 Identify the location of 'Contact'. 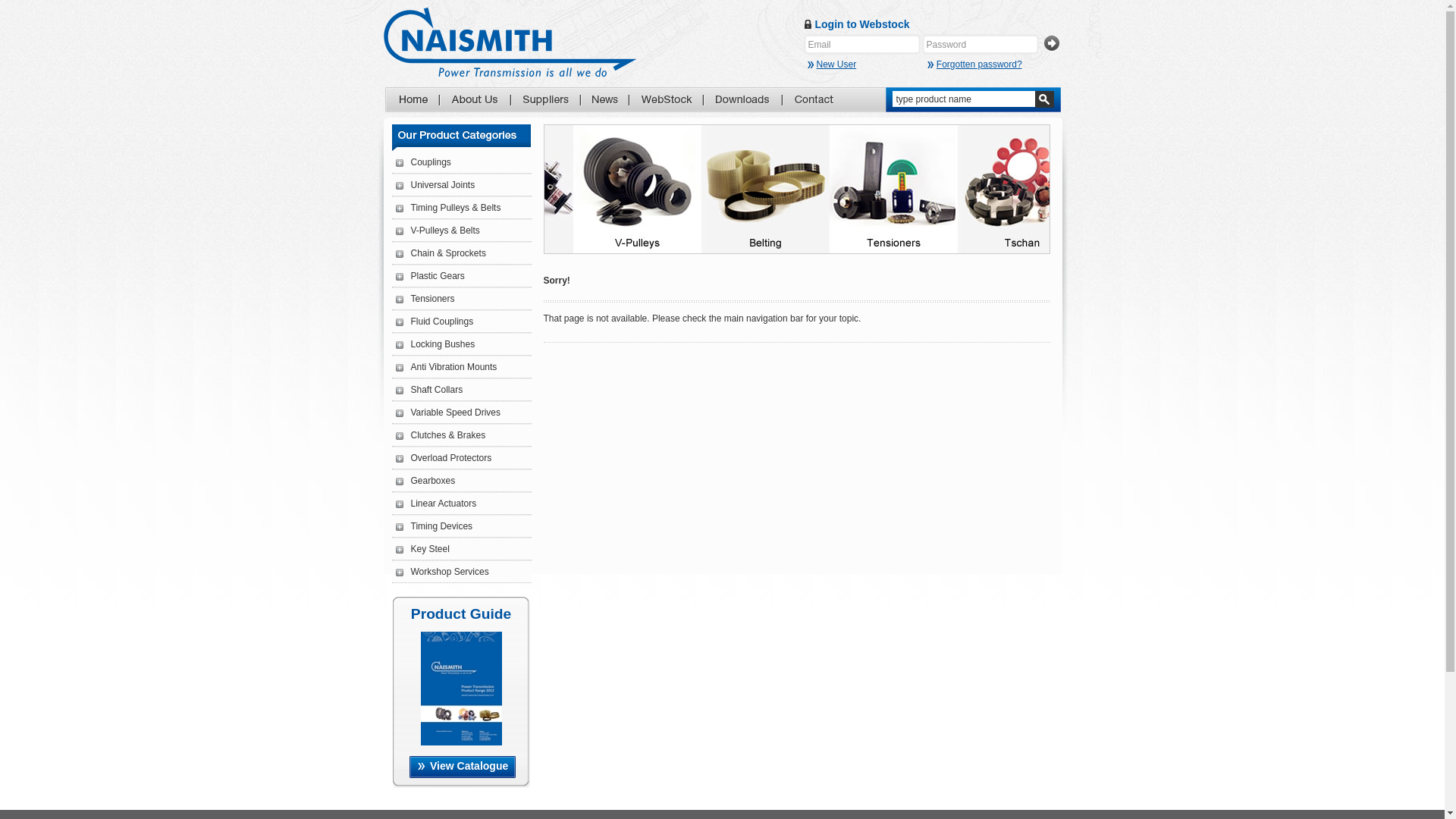
(813, 99).